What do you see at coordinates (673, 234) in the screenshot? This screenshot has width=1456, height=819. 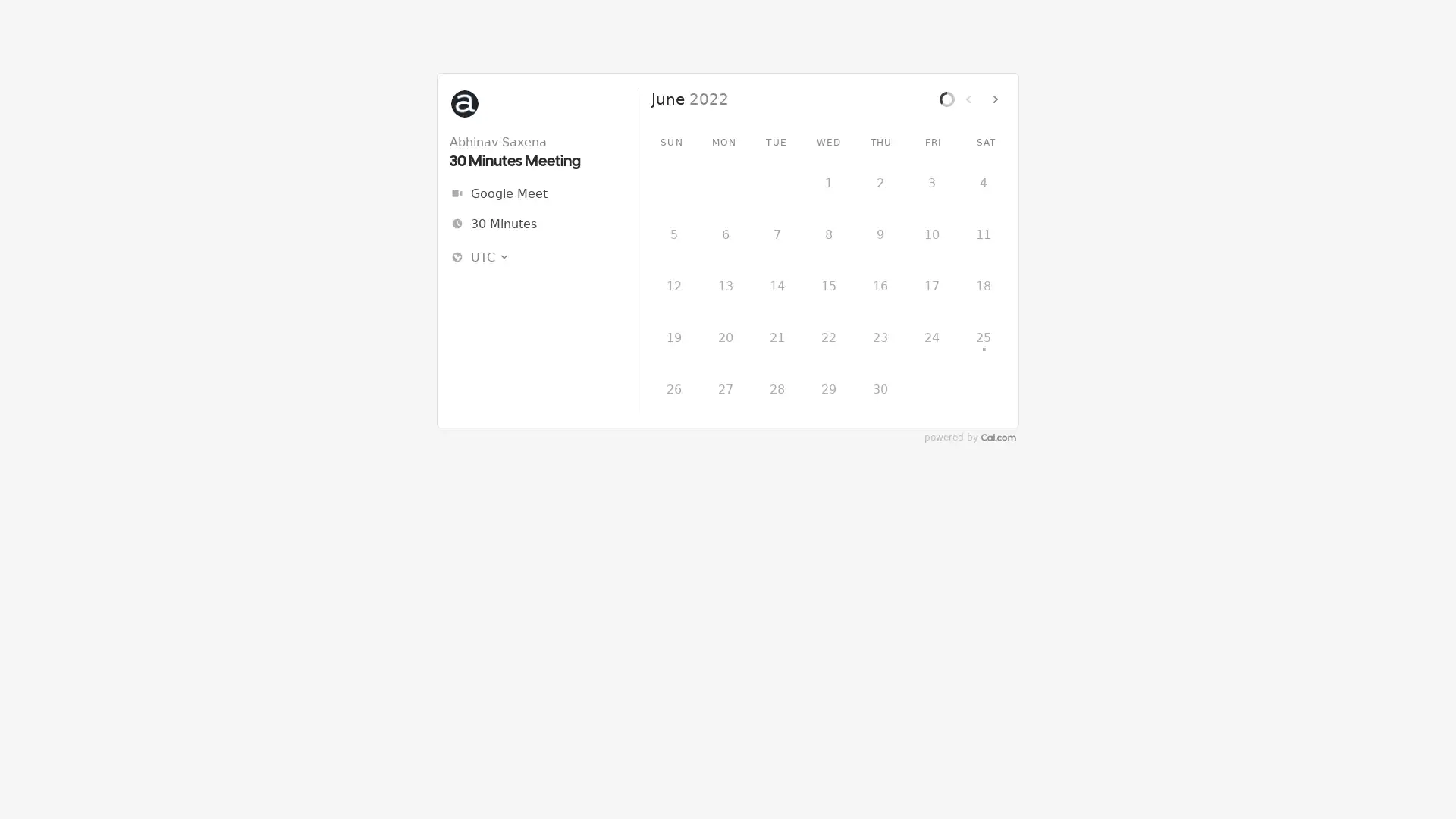 I see `5` at bounding box center [673, 234].